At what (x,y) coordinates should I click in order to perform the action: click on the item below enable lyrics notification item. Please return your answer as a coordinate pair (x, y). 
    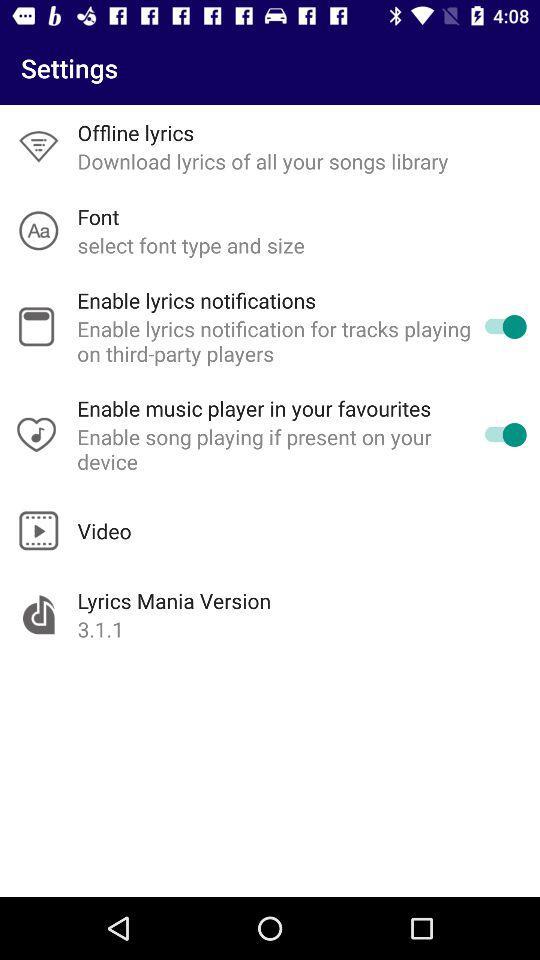
    Looking at the image, I should click on (254, 407).